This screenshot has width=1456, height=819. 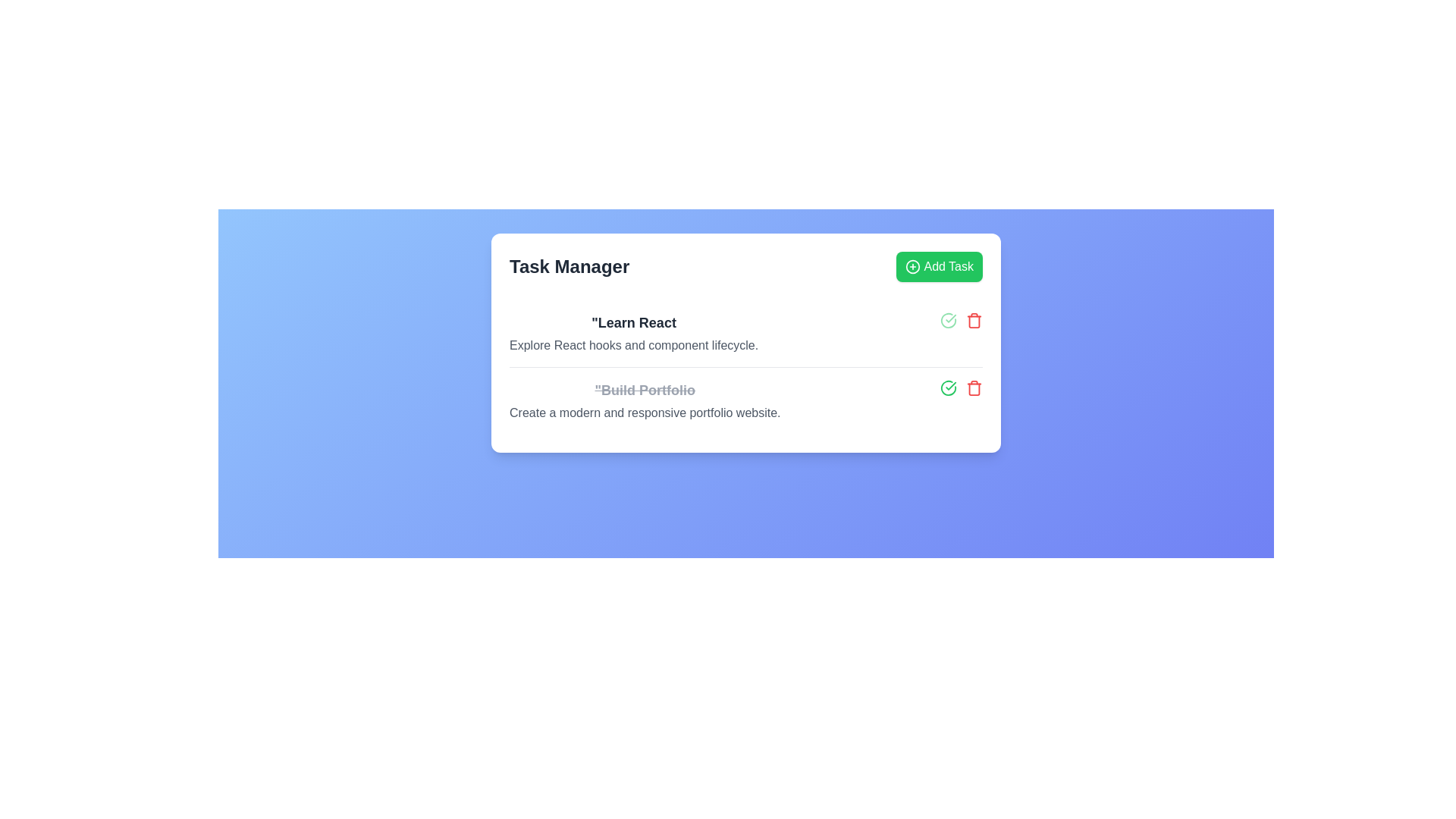 I want to click on the Task completion indicator (interactive element resembling a checkmark) located to the right of the 'Build Portfolio' task, so click(x=950, y=318).